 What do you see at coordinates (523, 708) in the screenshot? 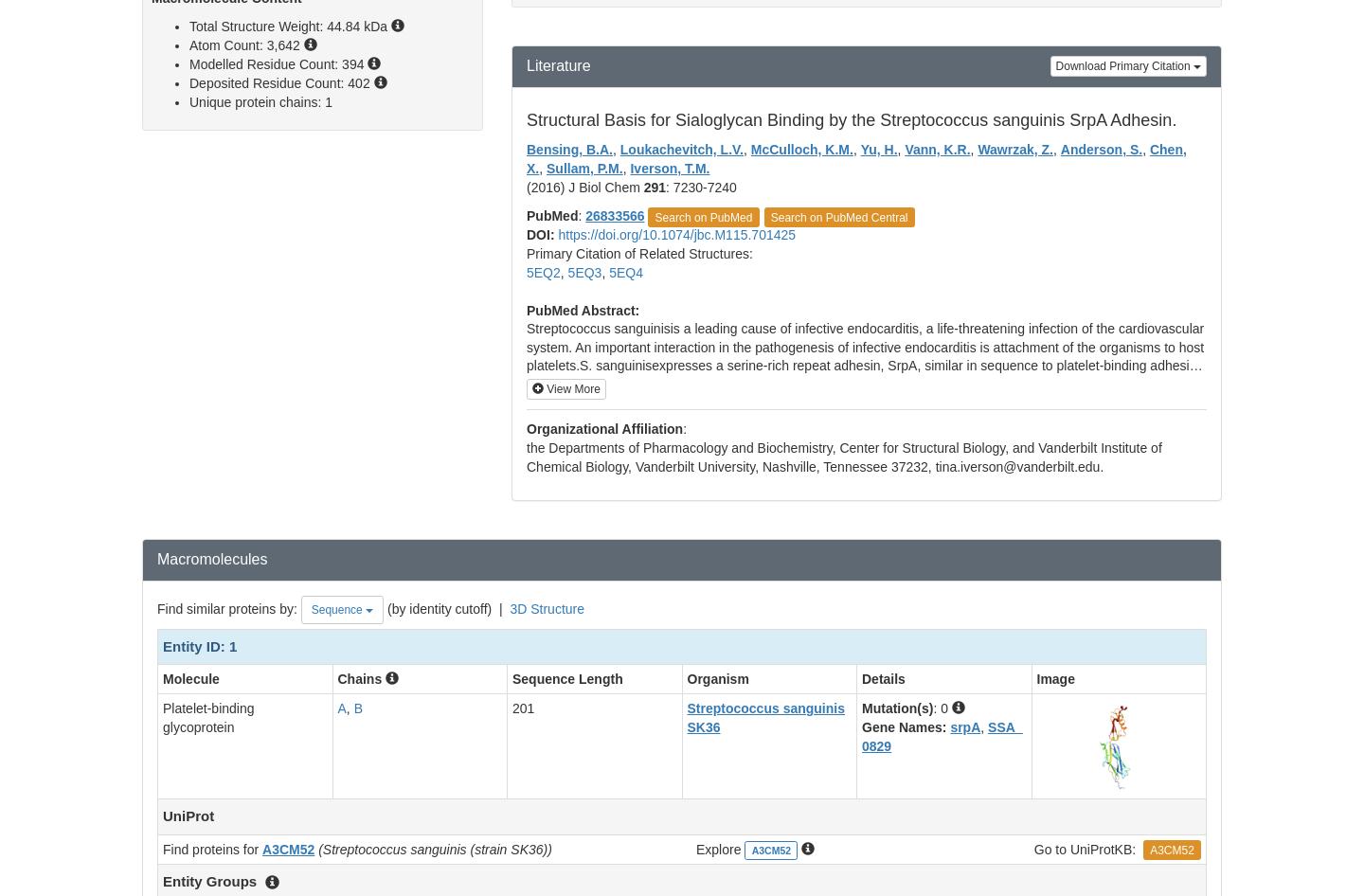
I see `'201'` at bounding box center [523, 708].